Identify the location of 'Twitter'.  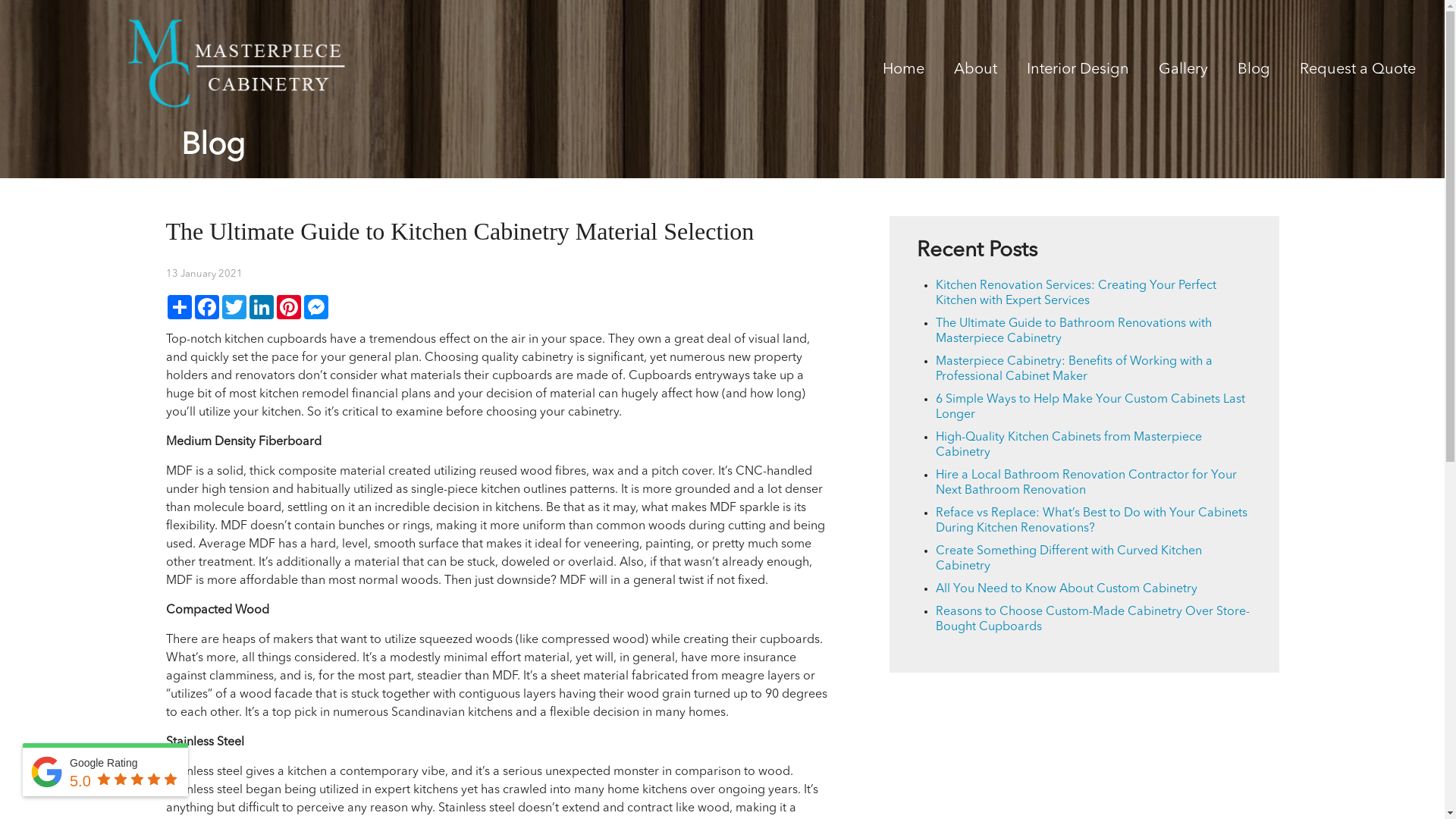
(218, 307).